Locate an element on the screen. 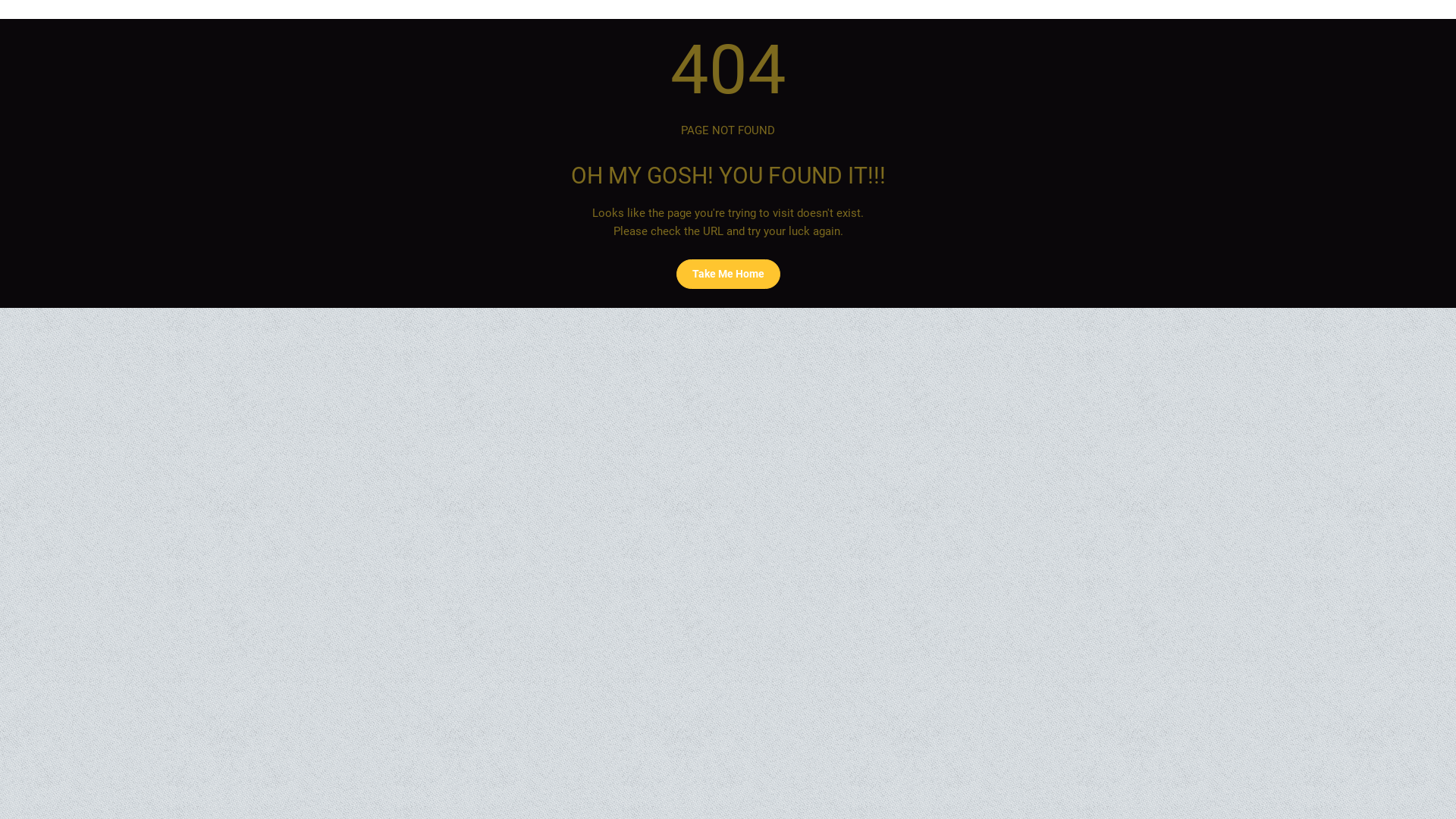  'Take Me Home' is located at coordinates (728, 274).